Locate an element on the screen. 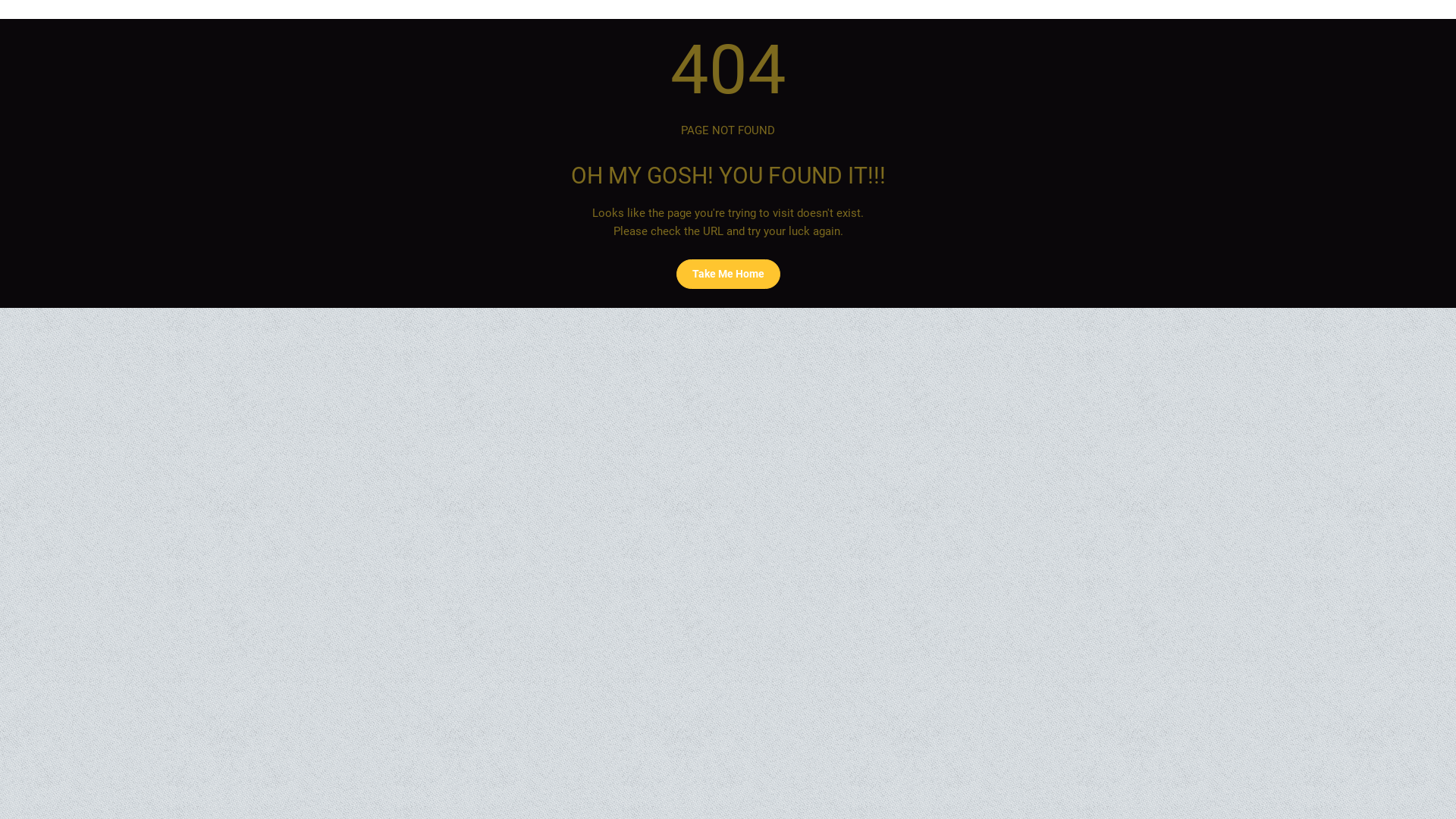  'Take Me Home' is located at coordinates (728, 274).